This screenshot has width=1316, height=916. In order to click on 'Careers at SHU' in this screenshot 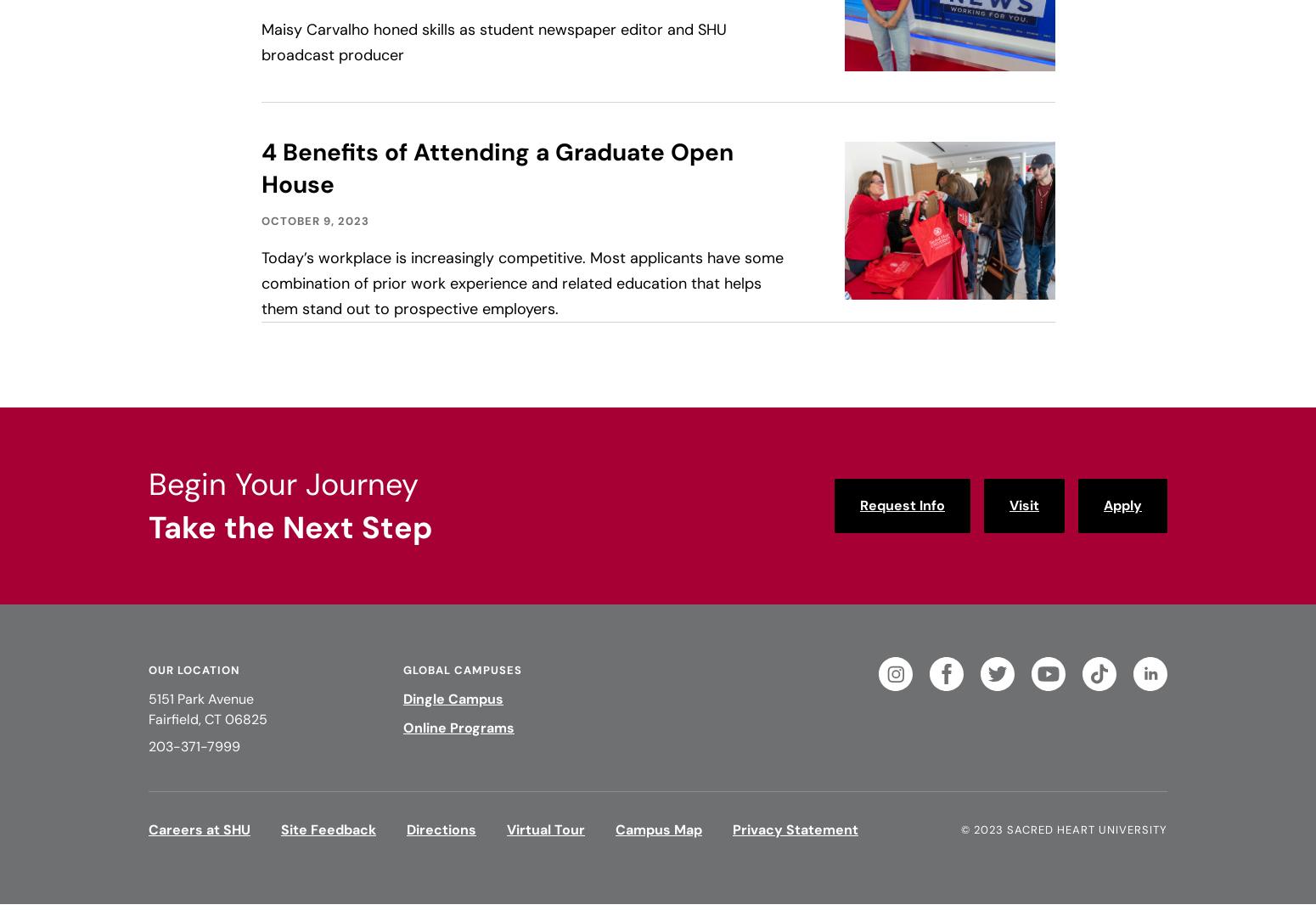, I will do `click(199, 829)`.